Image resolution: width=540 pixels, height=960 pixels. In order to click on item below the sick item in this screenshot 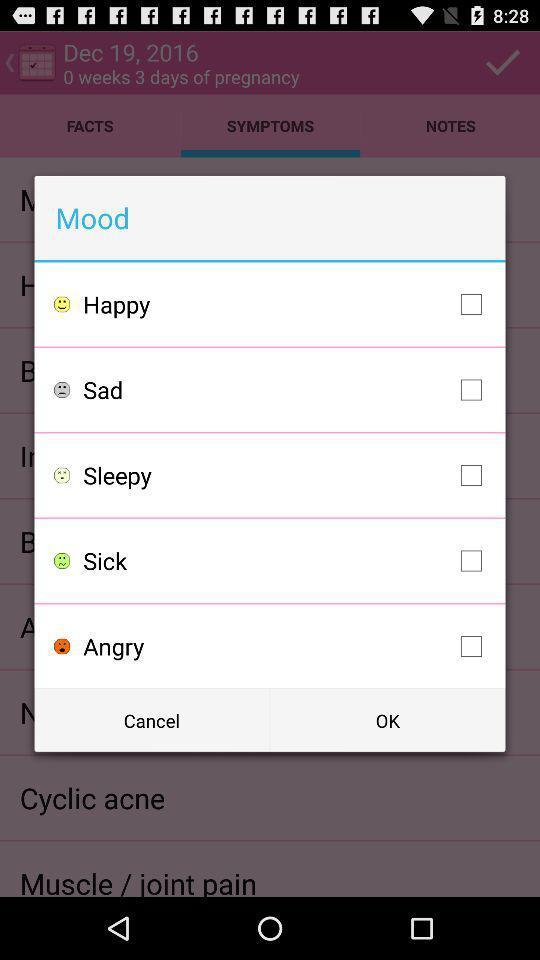, I will do `click(286, 645)`.